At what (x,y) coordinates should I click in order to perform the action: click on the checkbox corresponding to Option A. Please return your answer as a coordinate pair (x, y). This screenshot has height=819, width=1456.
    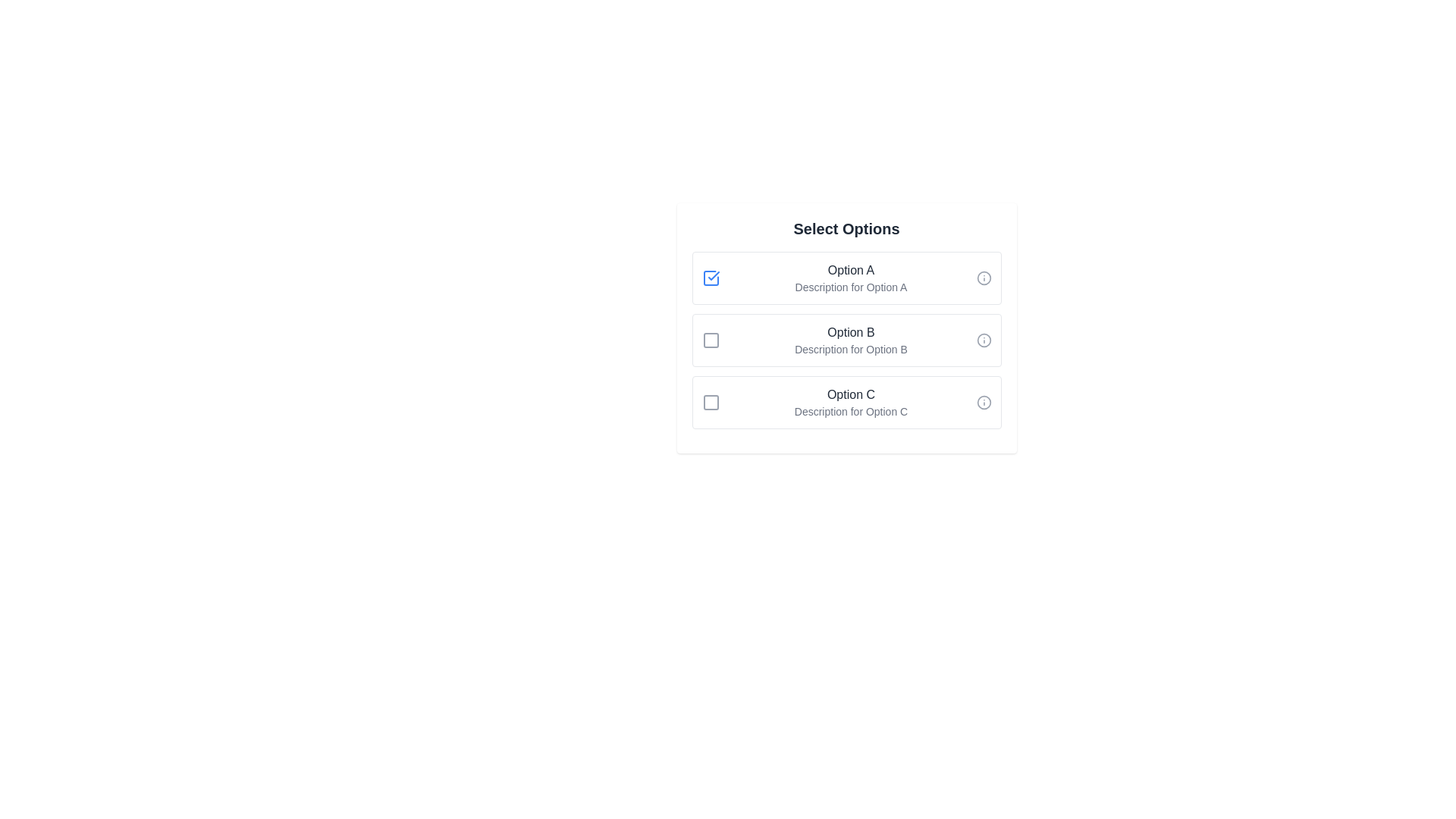
    Looking at the image, I should click on (710, 278).